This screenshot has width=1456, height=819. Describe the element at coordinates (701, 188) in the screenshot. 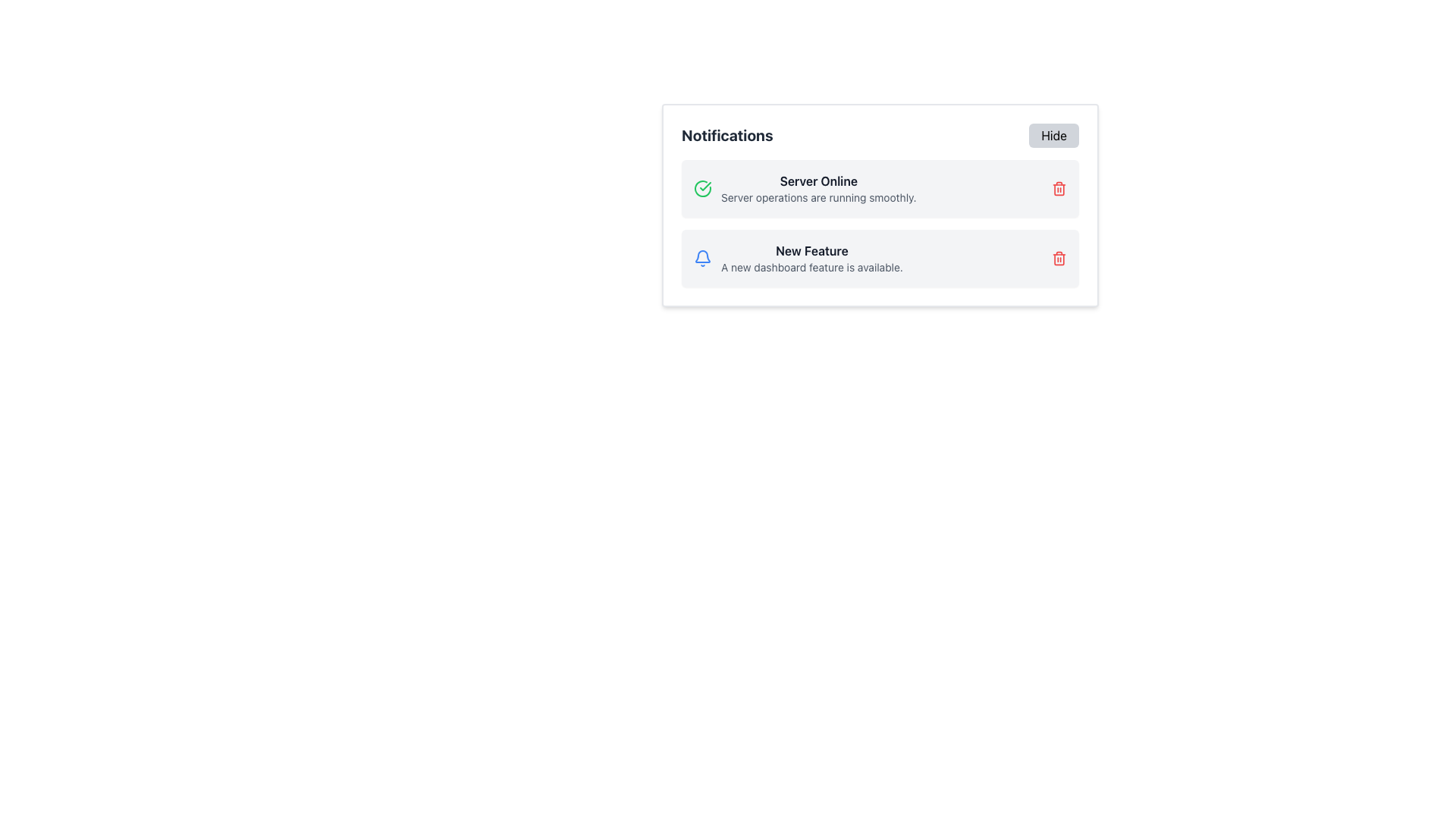

I see `the green checkmark icon indicating the 'Server Online' status located at the upper-left part of the notification card` at that location.